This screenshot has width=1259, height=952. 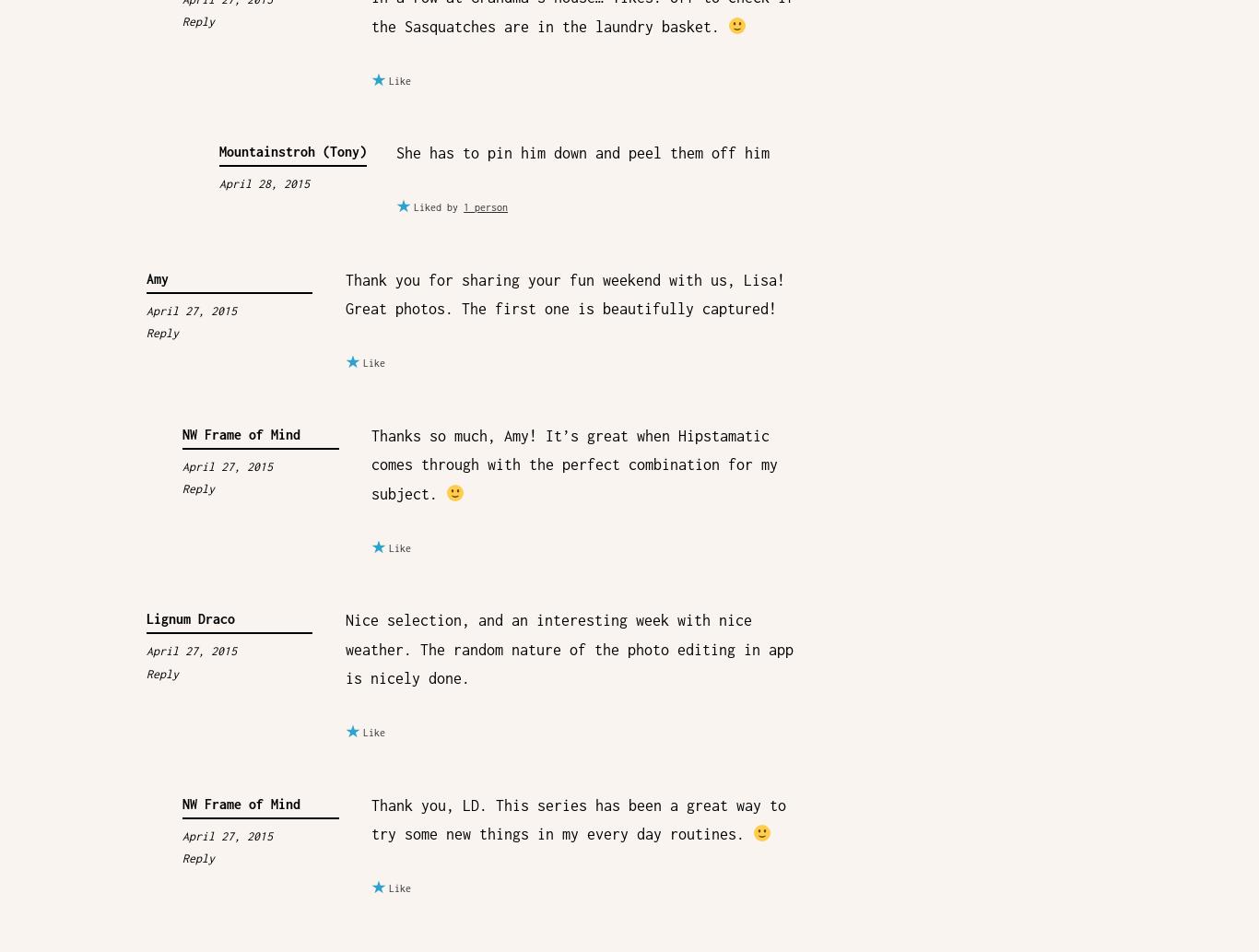 I want to click on '1 person', so click(x=463, y=206).